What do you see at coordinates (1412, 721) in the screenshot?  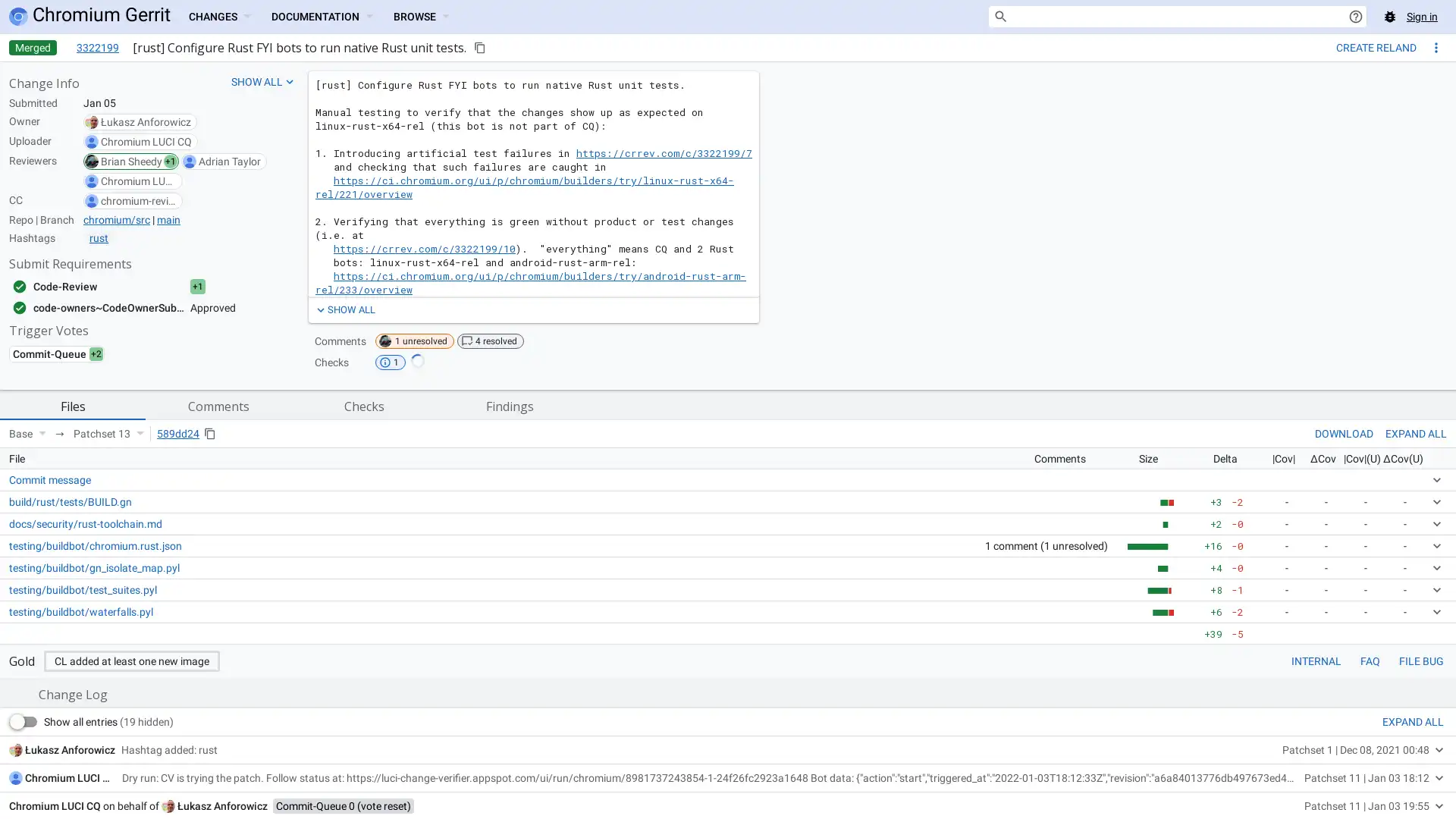 I see `EXPAND ALL` at bounding box center [1412, 721].